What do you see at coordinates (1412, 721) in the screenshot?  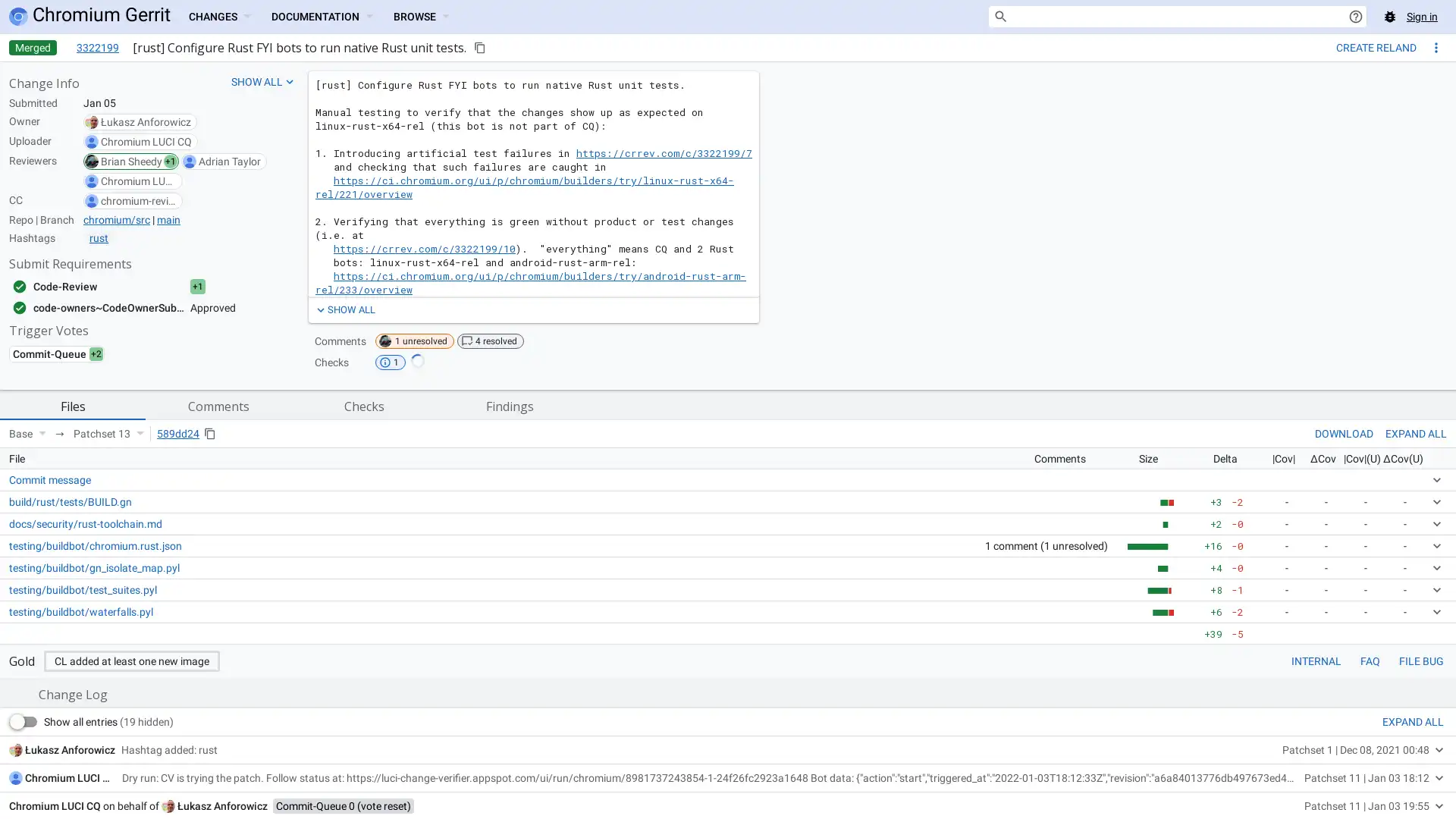 I see `EXPAND ALL` at bounding box center [1412, 721].